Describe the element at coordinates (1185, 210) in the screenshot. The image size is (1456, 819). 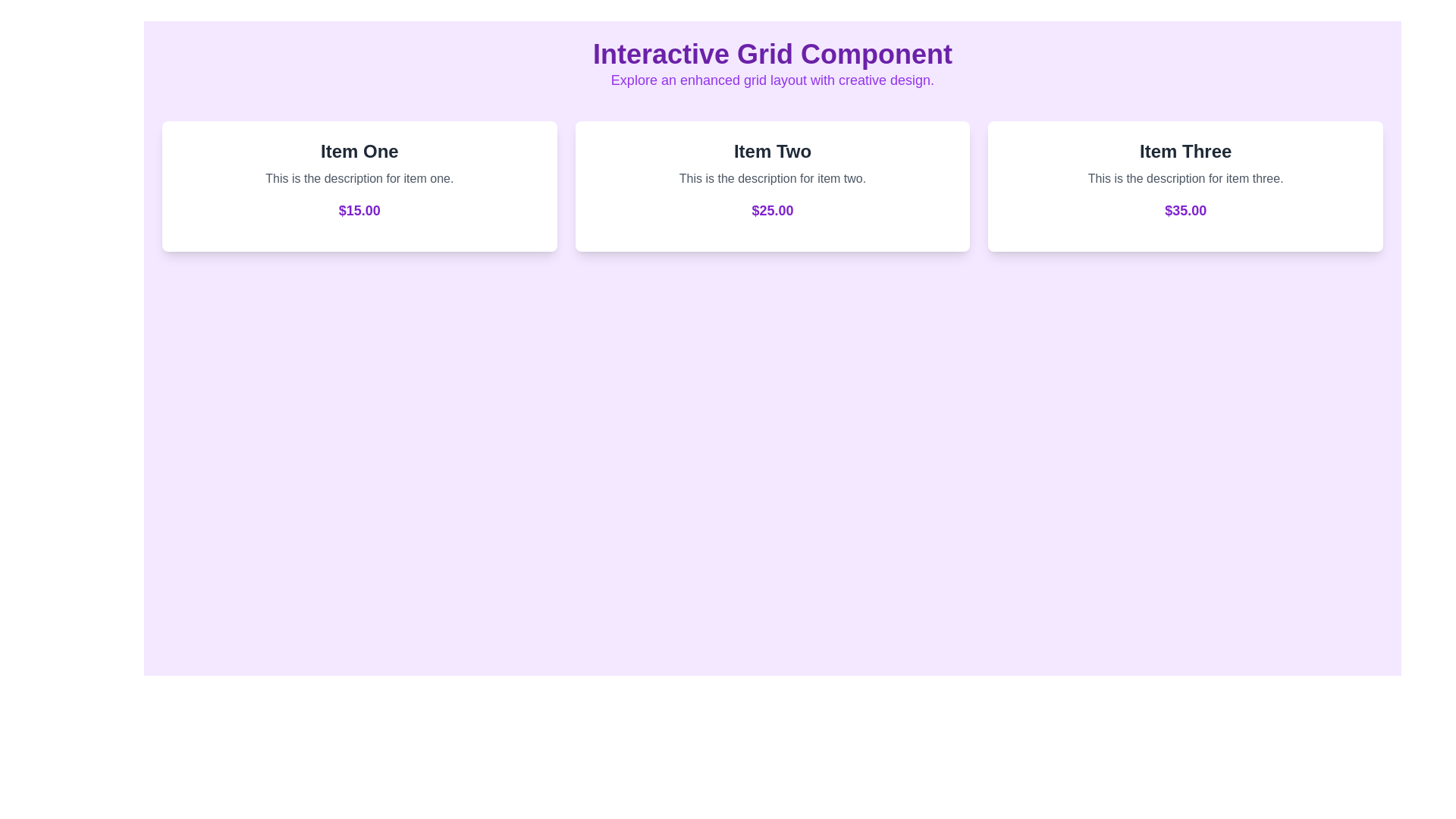
I see `text label displaying the price '$35.00' styled in bold purple font, located at the bottom of the 'Item Three' card` at that location.